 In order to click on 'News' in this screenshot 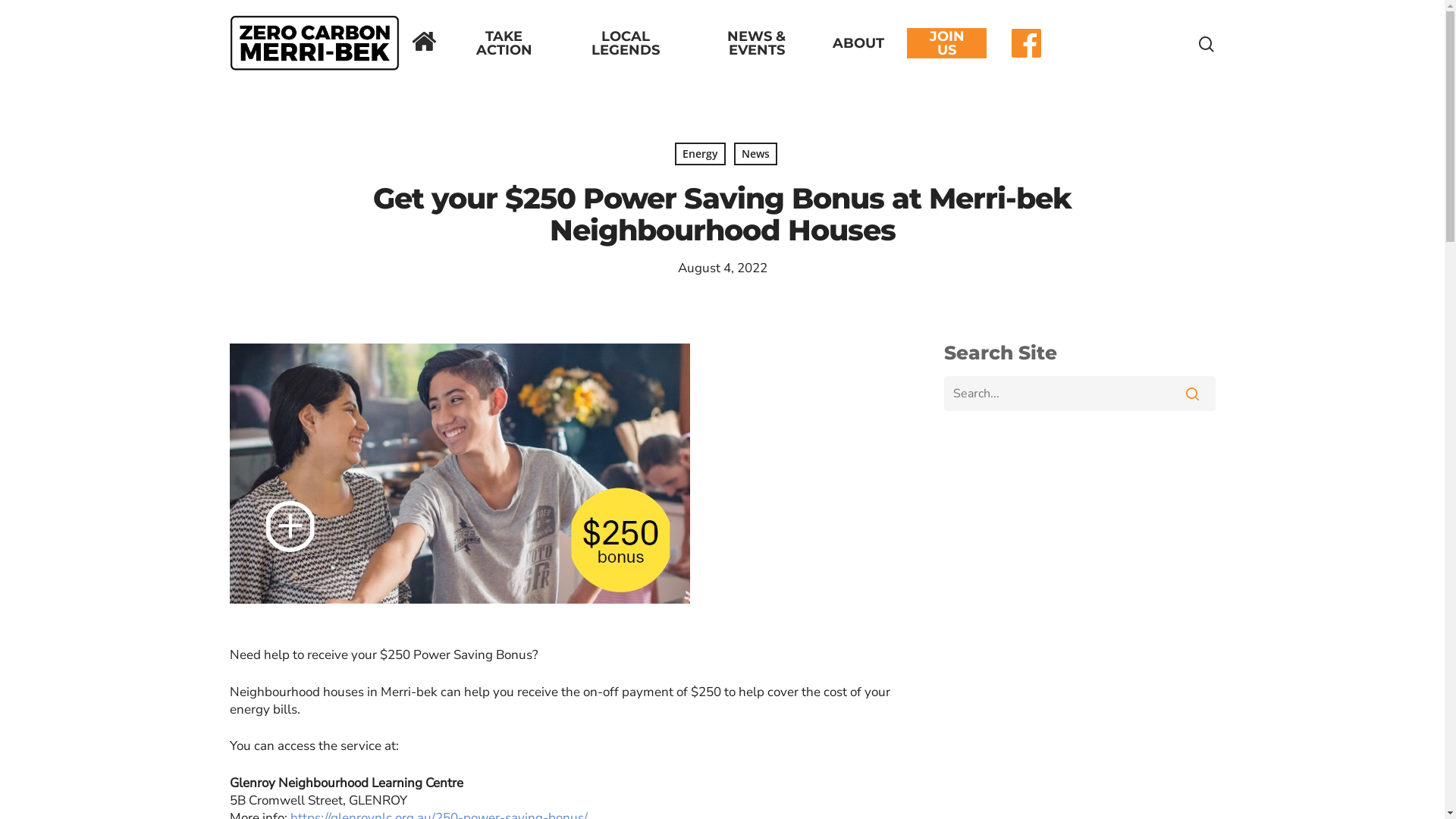, I will do `click(755, 154)`.